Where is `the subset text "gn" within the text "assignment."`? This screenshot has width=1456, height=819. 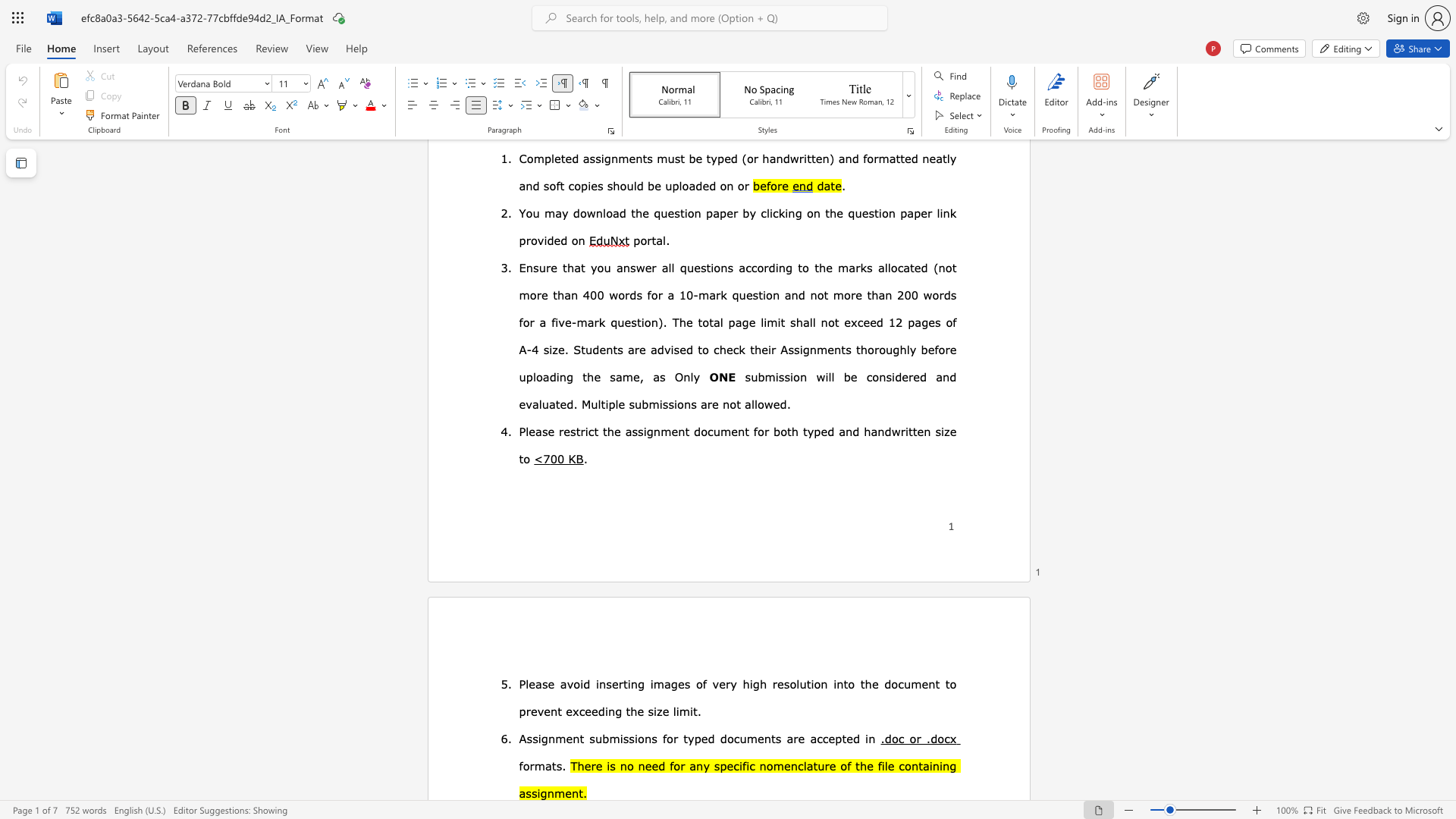 the subset text "gn" within the text "assignment." is located at coordinates (540, 792).